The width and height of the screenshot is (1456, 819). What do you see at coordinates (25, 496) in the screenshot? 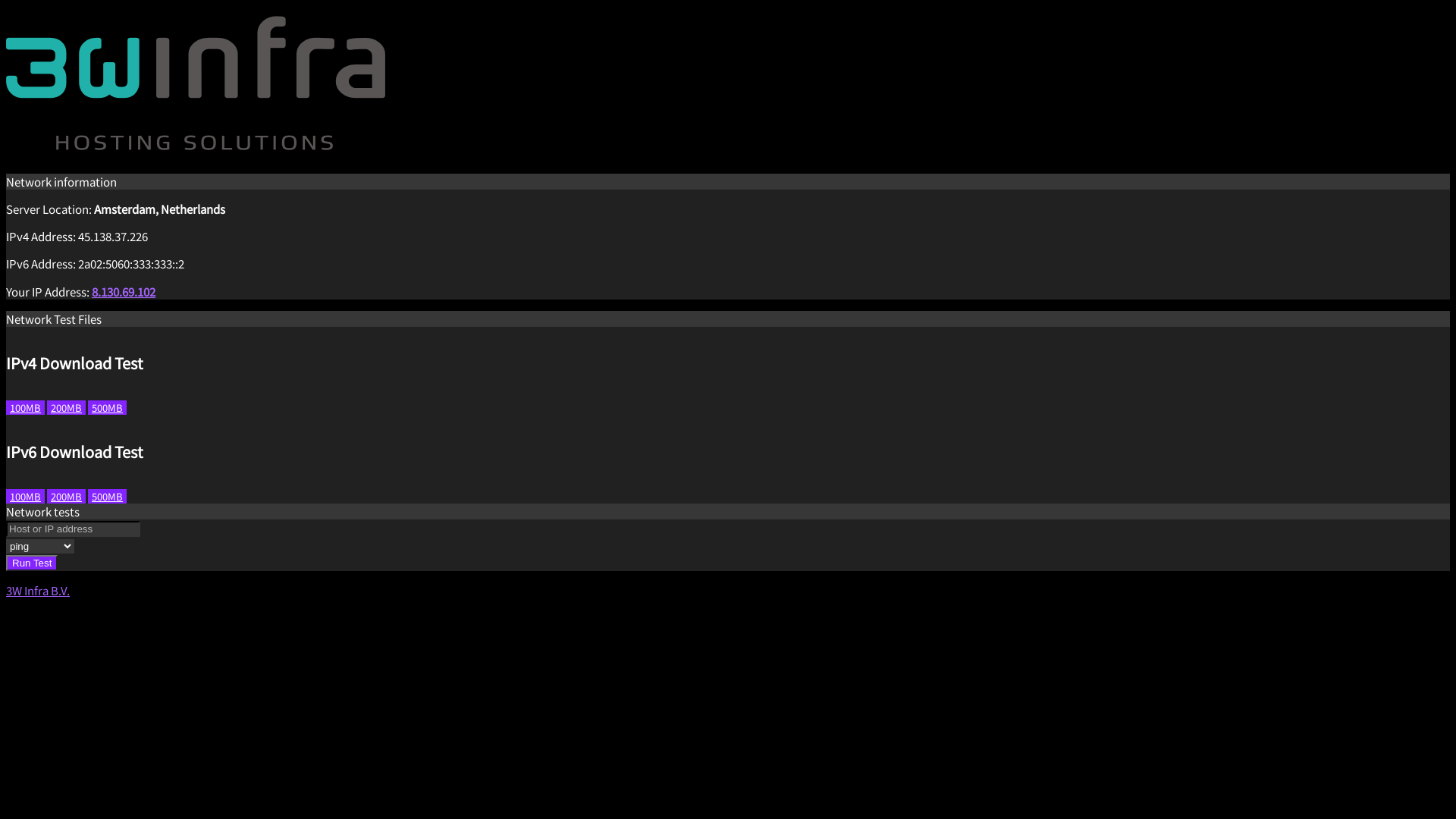
I see `'100MB'` at bounding box center [25, 496].